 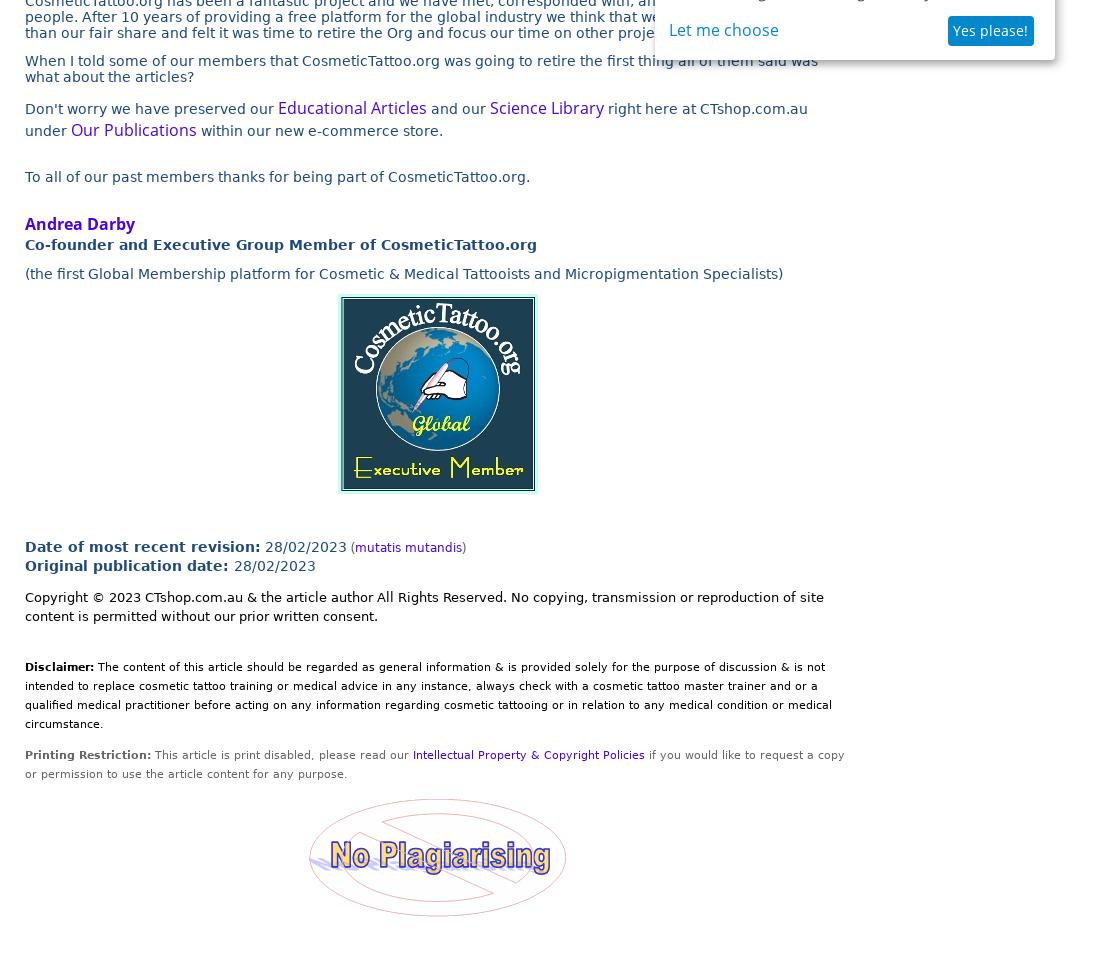 What do you see at coordinates (421, 67) in the screenshot?
I see `'When I told some of our members that CosmeticTattoo.org 
was going to retire the first thing all of them said was  what about the 
articles?'` at bounding box center [421, 67].